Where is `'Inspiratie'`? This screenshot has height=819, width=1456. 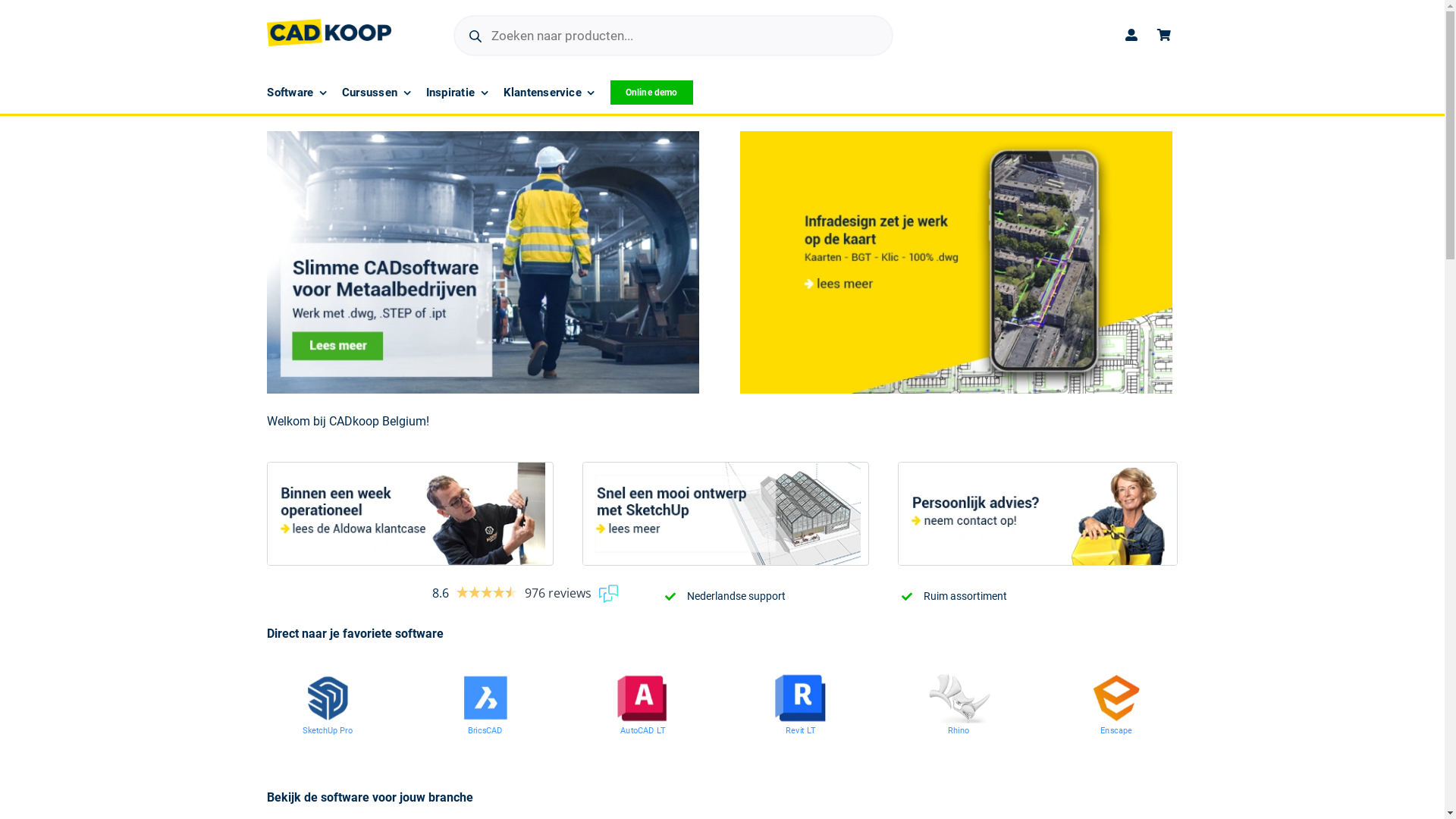 'Inspiratie' is located at coordinates (457, 93).